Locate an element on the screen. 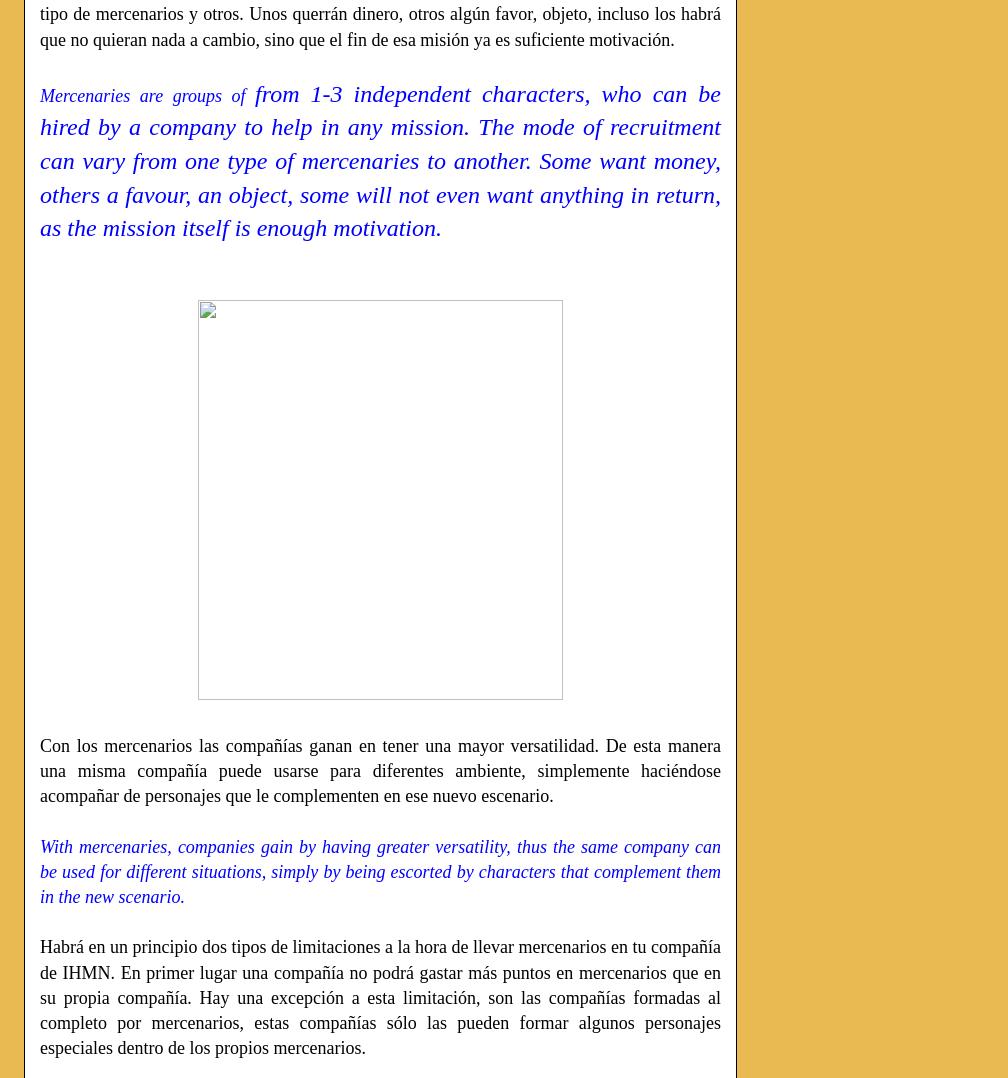 Image resolution: width=1008 pixels, height=1078 pixels. 'not' is located at coordinates (416, 194).